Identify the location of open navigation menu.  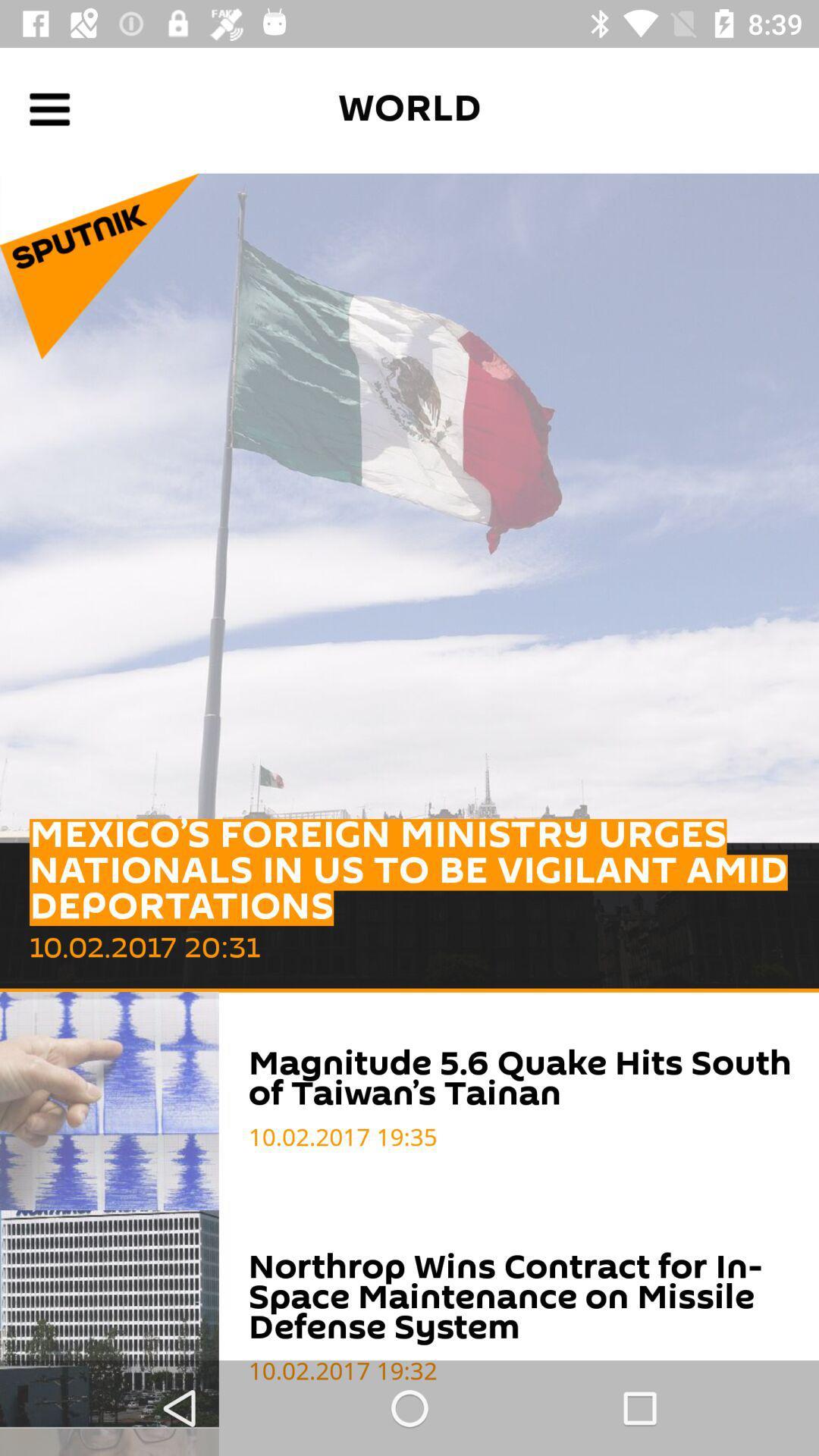
(49, 108).